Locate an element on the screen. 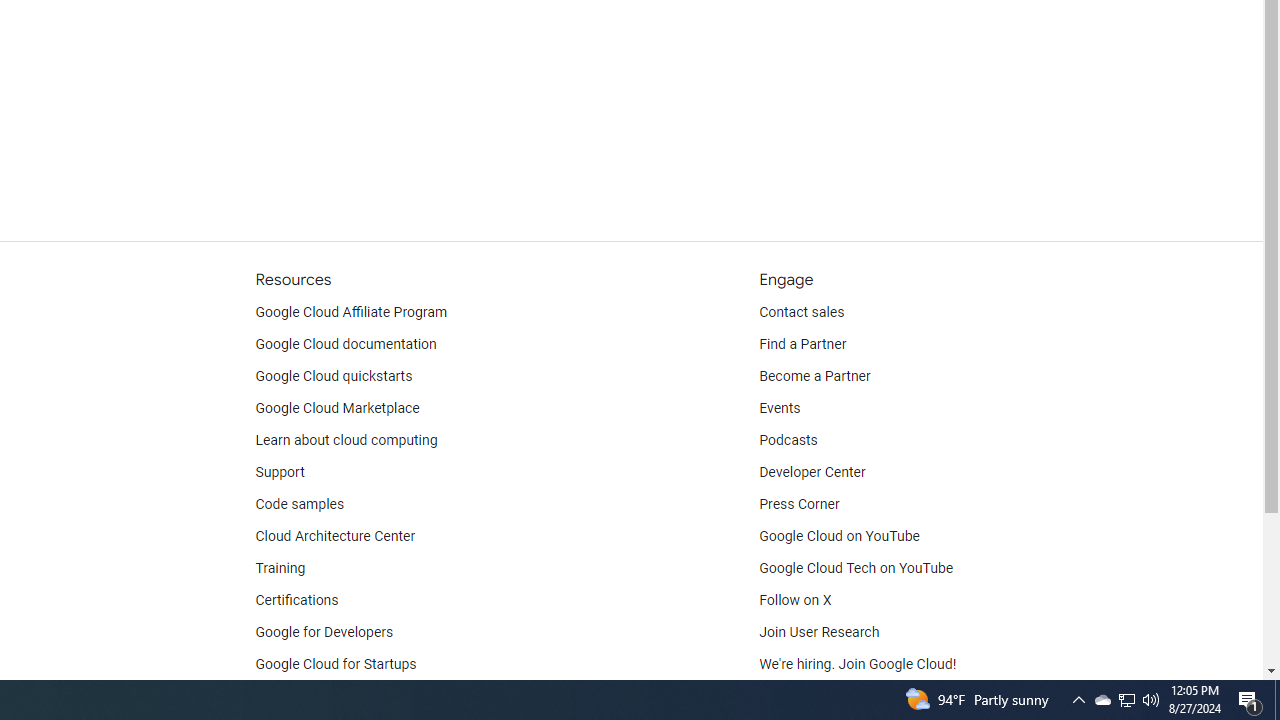  'Training' is located at coordinates (279, 568).